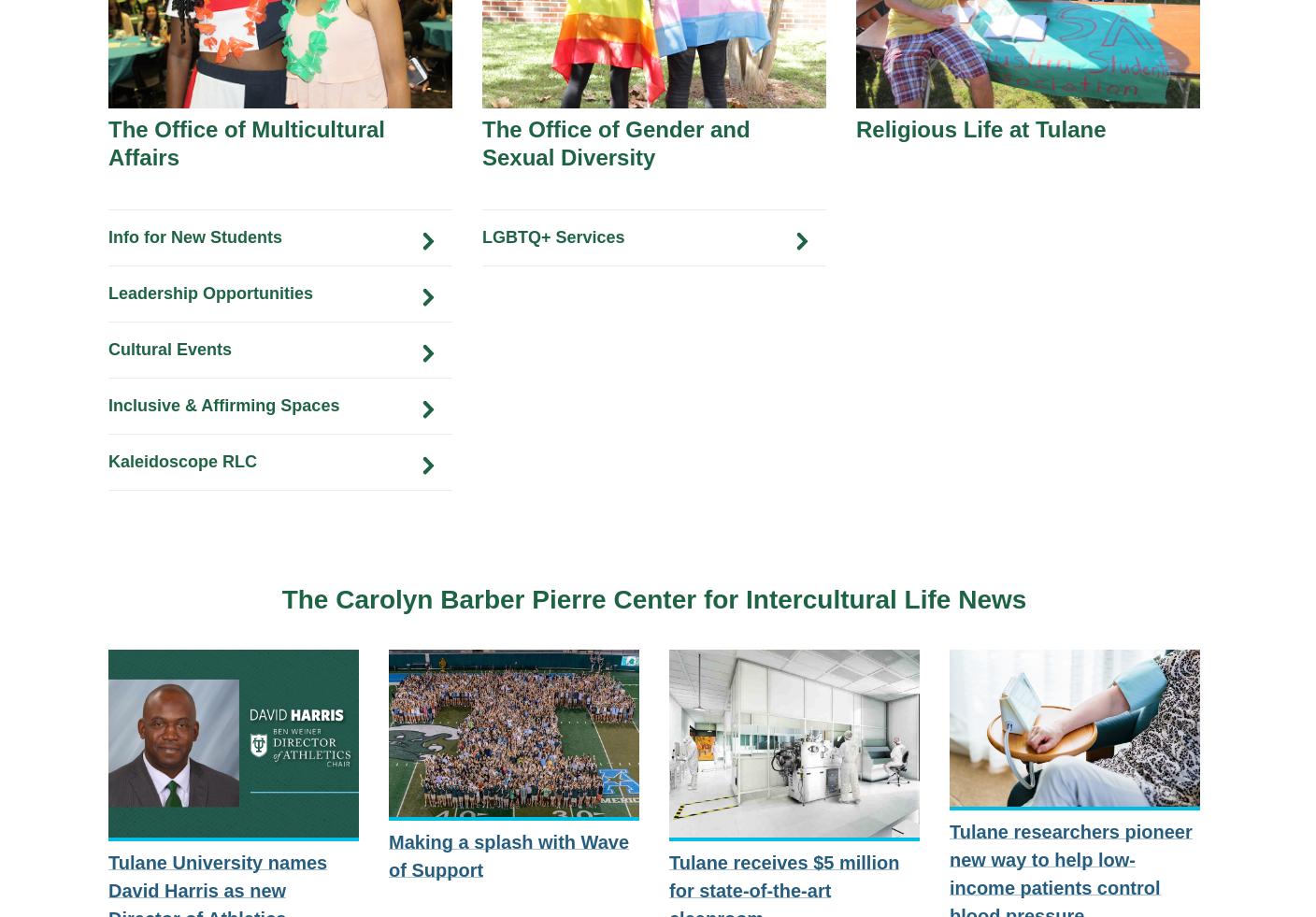  What do you see at coordinates (222, 404) in the screenshot?
I see `'Inclusive & Affirming Spaces'` at bounding box center [222, 404].